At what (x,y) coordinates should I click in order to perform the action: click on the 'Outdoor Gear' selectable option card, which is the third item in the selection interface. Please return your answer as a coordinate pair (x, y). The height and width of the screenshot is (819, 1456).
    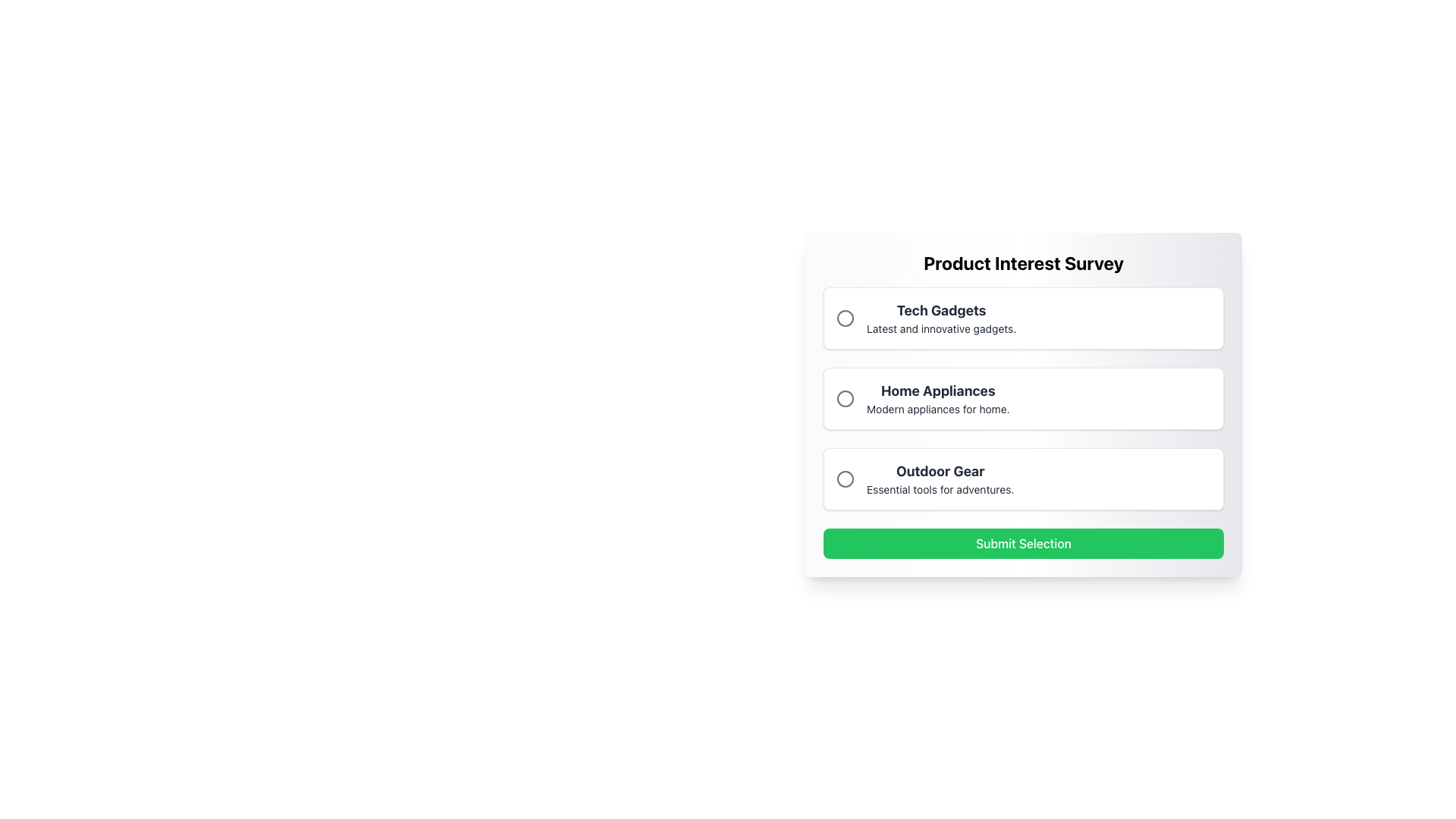
    Looking at the image, I should click on (1023, 479).